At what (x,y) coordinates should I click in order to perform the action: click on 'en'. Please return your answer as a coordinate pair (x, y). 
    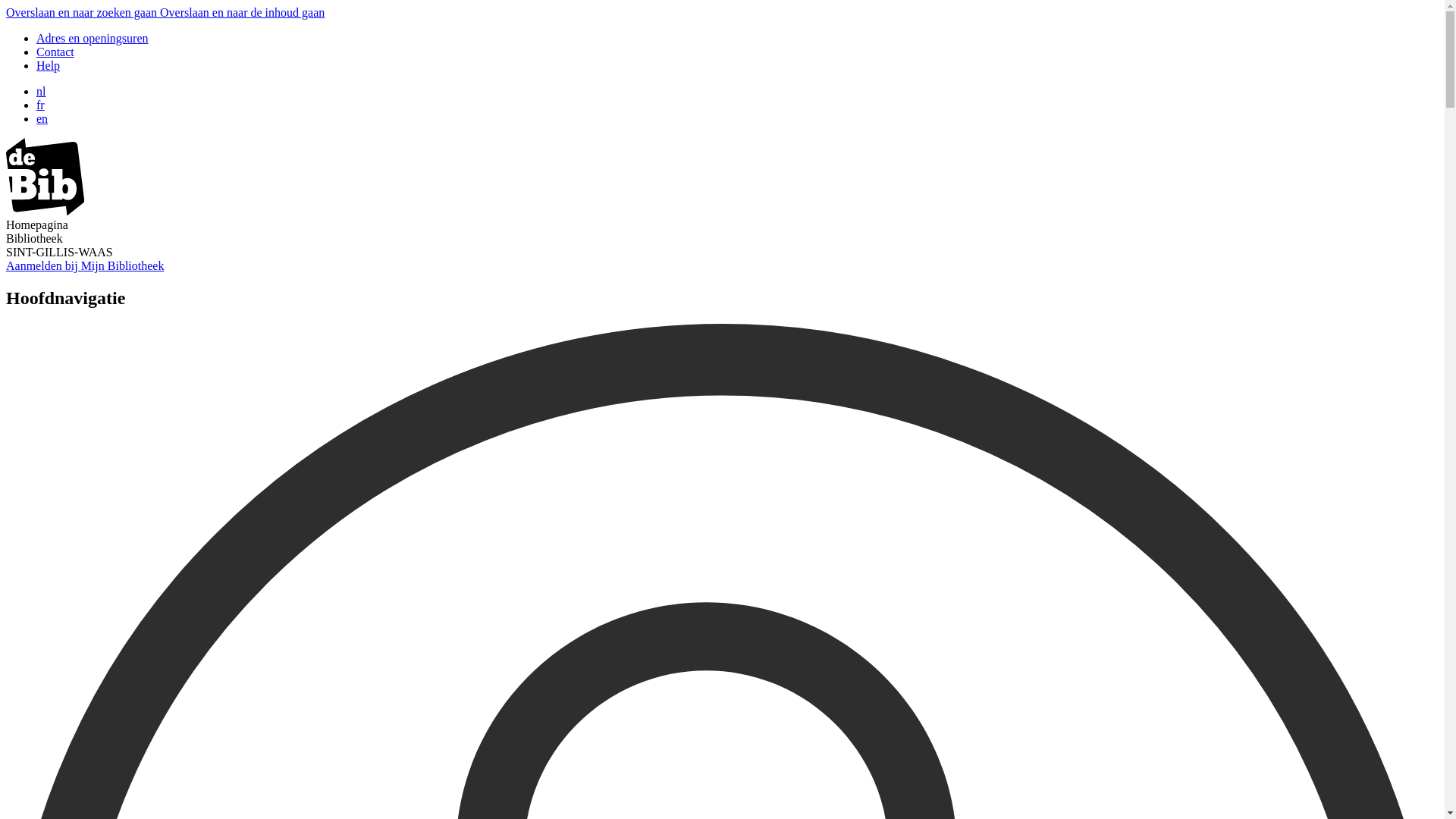
    Looking at the image, I should click on (42, 118).